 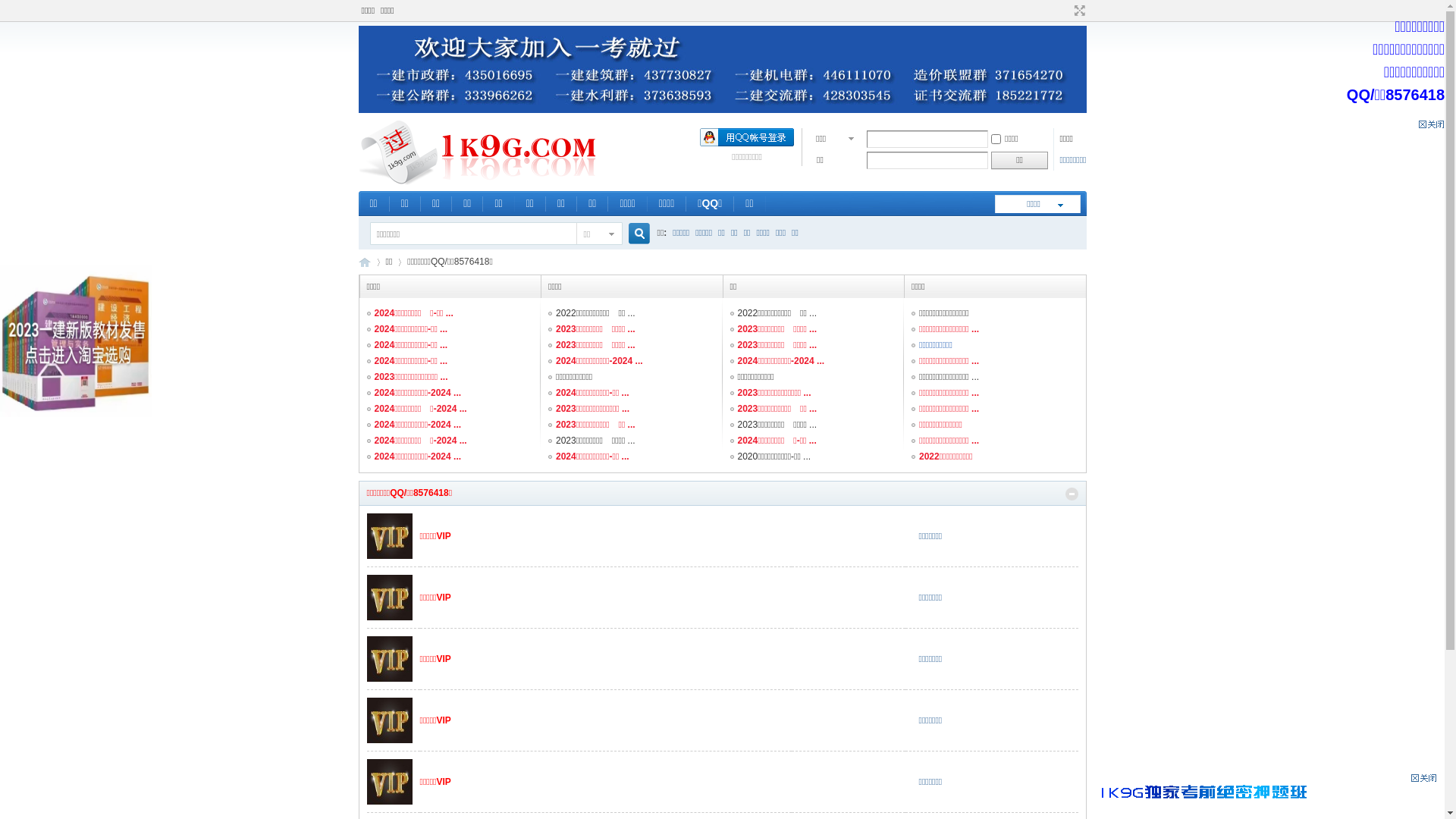 What do you see at coordinates (632, 234) in the screenshot?
I see `'true'` at bounding box center [632, 234].